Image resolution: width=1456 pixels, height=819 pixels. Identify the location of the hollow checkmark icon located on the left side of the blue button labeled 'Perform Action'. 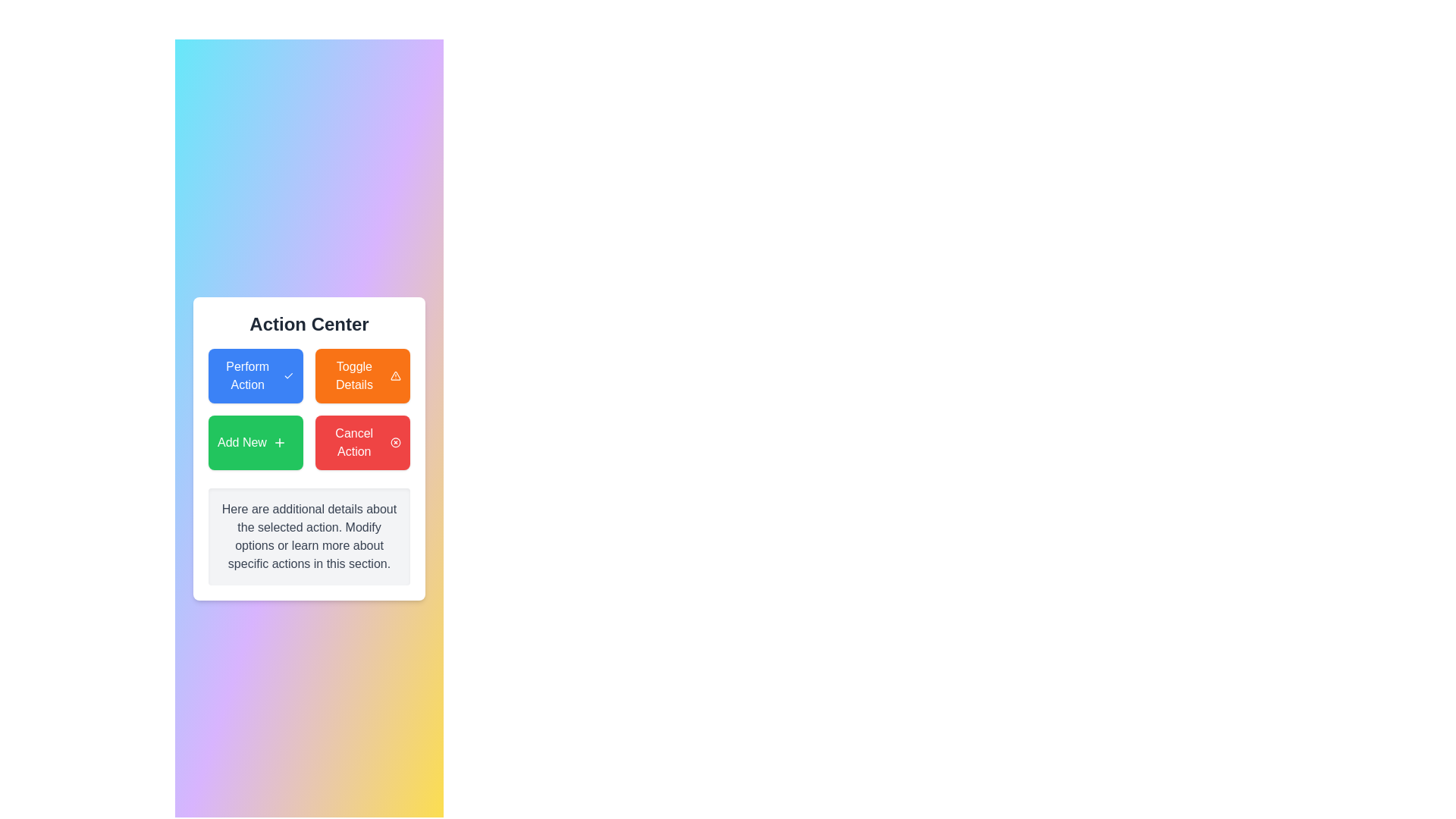
(289, 375).